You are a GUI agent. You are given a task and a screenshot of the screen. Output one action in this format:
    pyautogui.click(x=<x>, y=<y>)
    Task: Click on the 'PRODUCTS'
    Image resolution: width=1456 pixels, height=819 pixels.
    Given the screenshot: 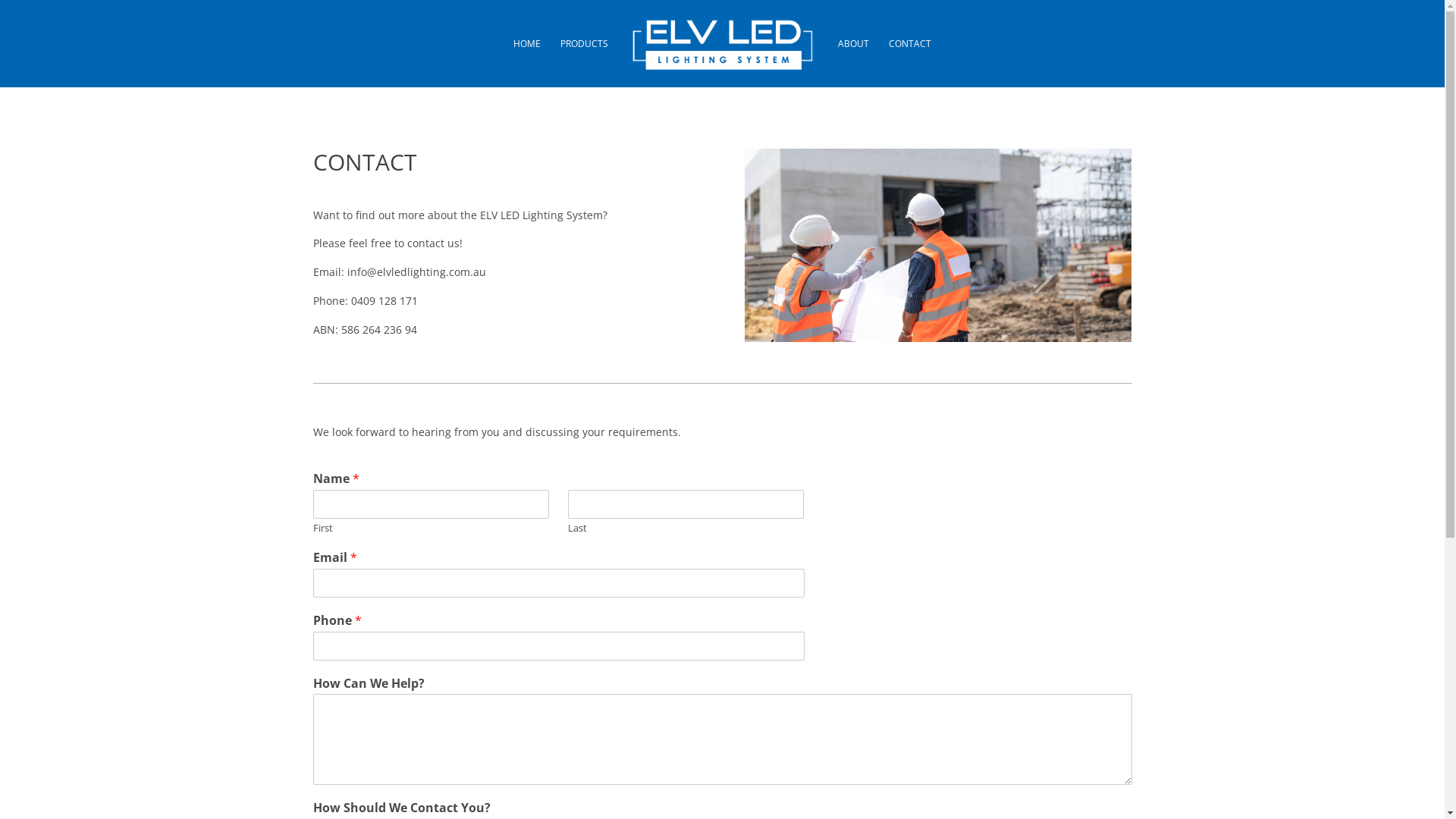 What is the action you would take?
    pyautogui.click(x=583, y=62)
    